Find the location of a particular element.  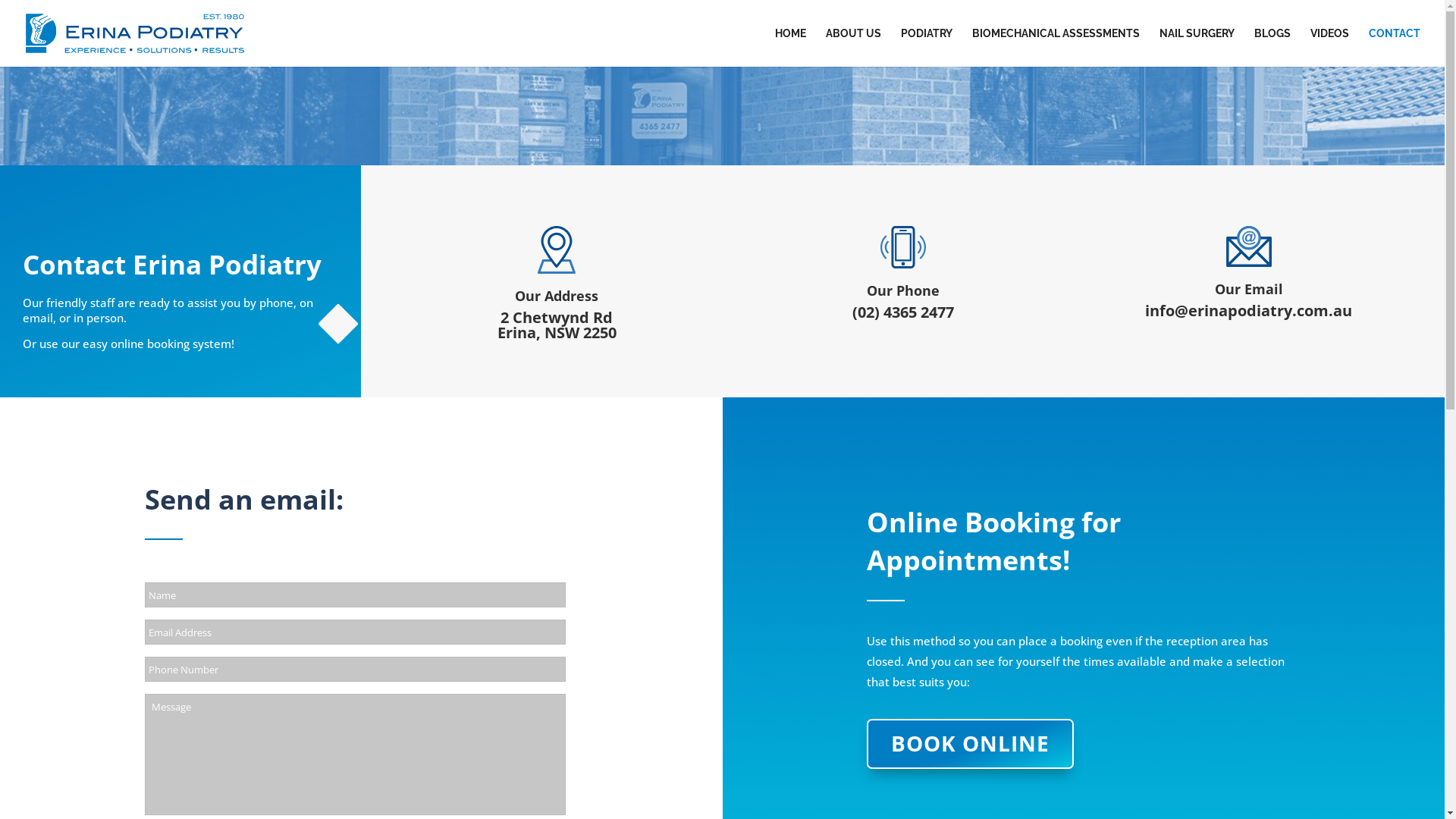

'BLOGS' is located at coordinates (1254, 46).